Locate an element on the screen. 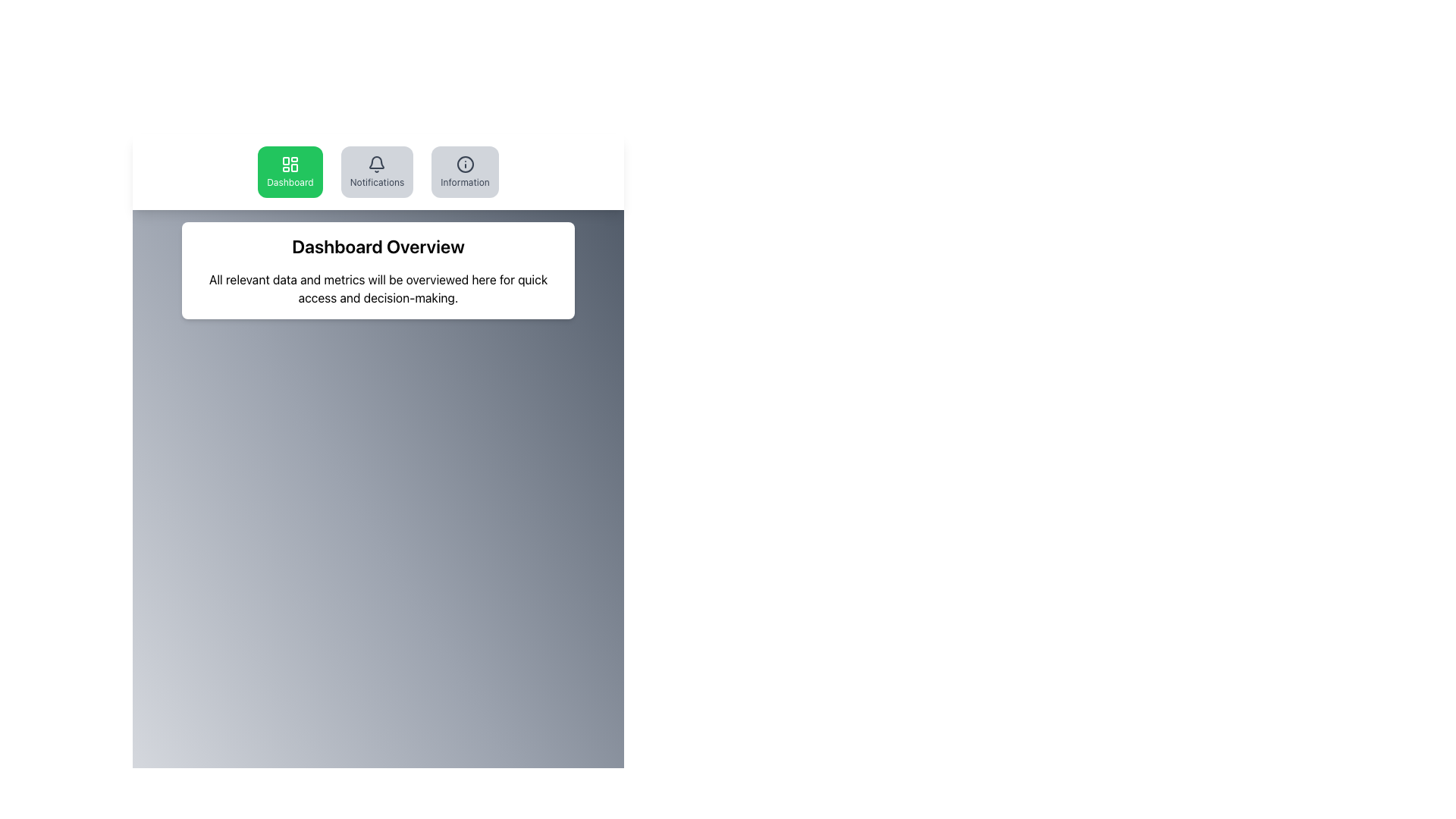  the third button from the left, labeled 'Information', which has a rounded rectangular shape, light gray background, and contains an 'i' icon is located at coordinates (464, 171).